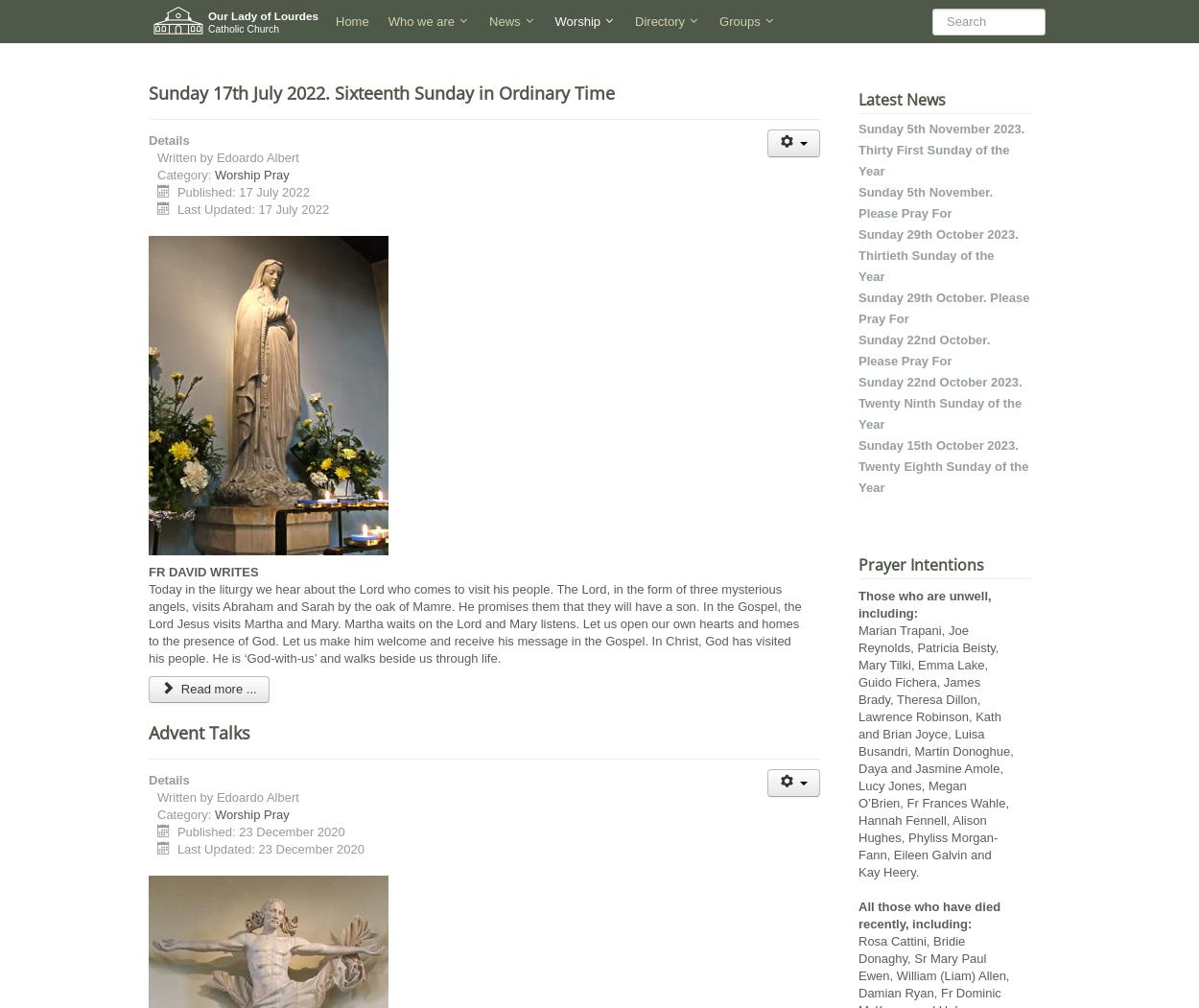 Image resolution: width=1199 pixels, height=1008 pixels. I want to click on 'Those who are unwell, including:', so click(924, 603).